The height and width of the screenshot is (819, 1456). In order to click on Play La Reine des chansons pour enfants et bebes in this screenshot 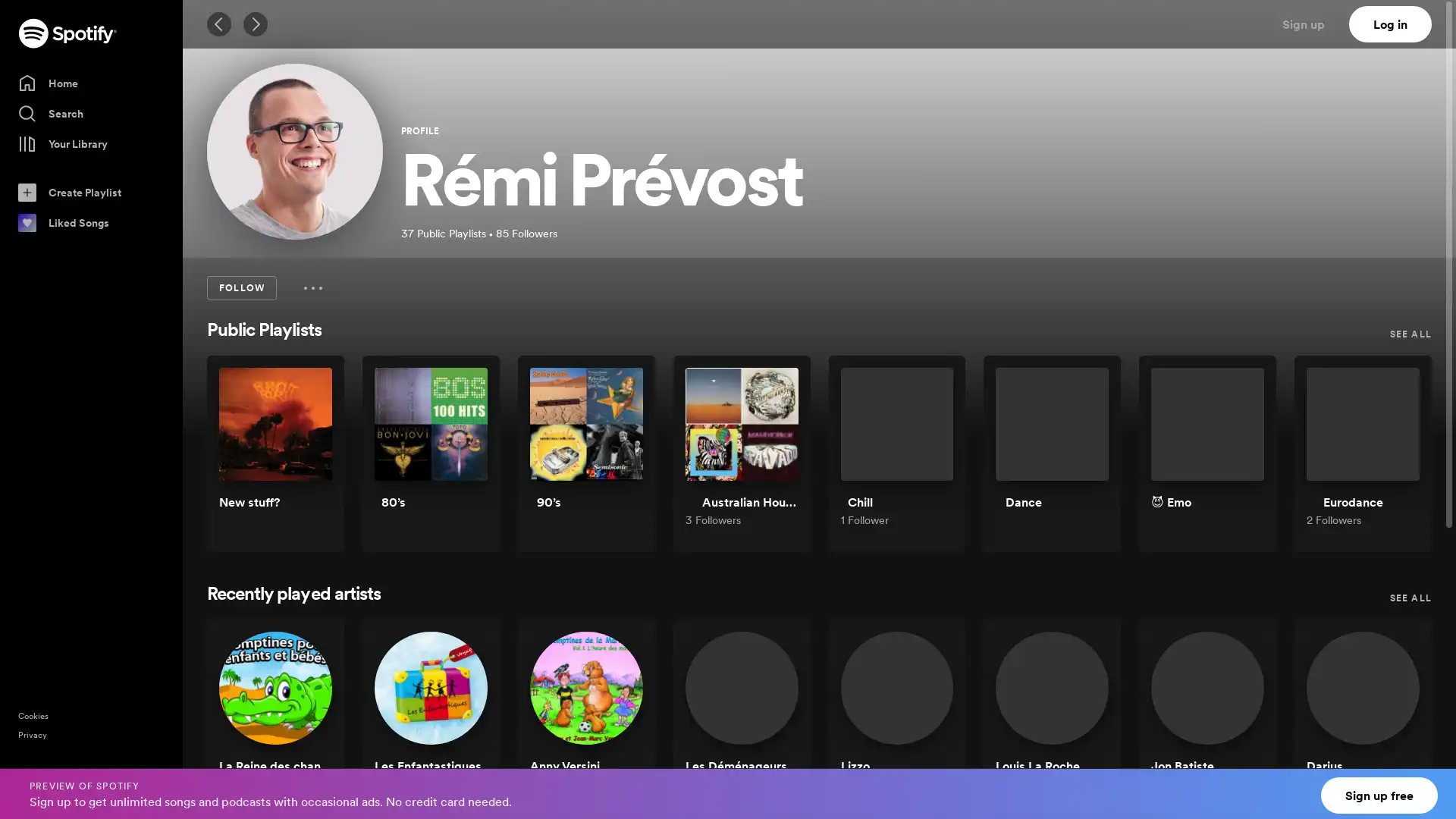, I will do `click(306, 724)`.